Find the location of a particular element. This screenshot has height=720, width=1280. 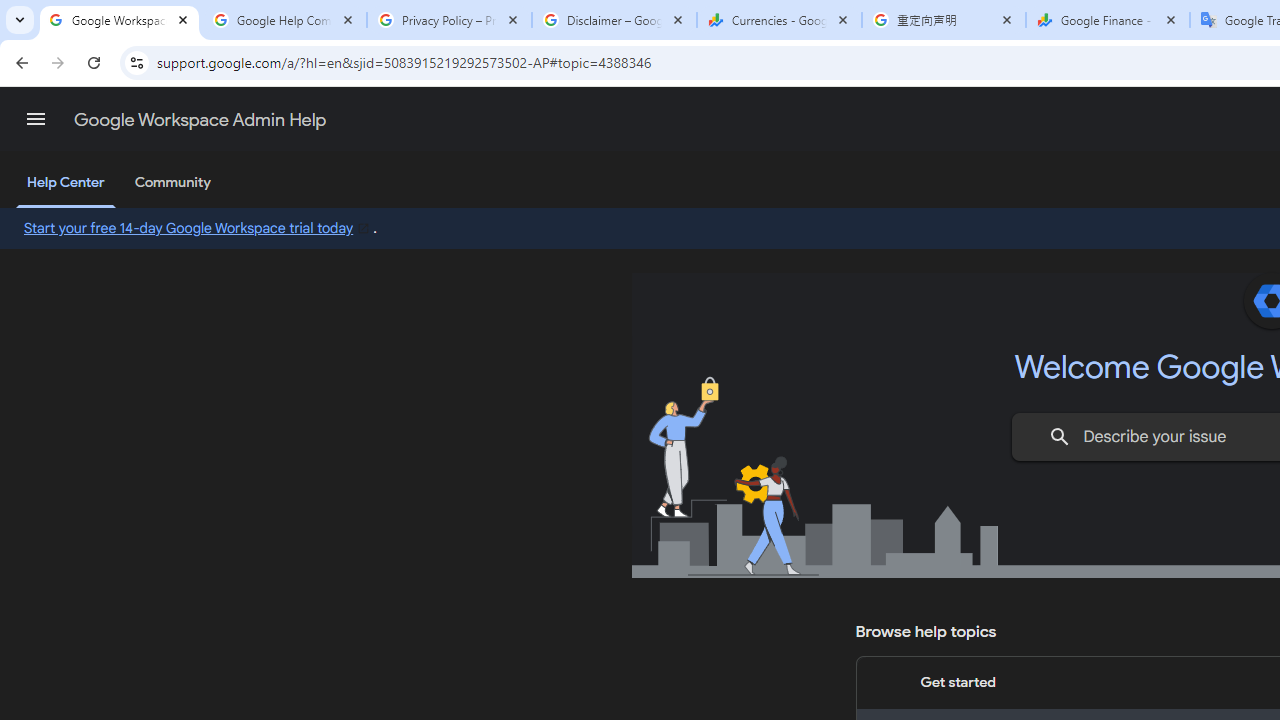

'Main menu' is located at coordinates (35, 119).